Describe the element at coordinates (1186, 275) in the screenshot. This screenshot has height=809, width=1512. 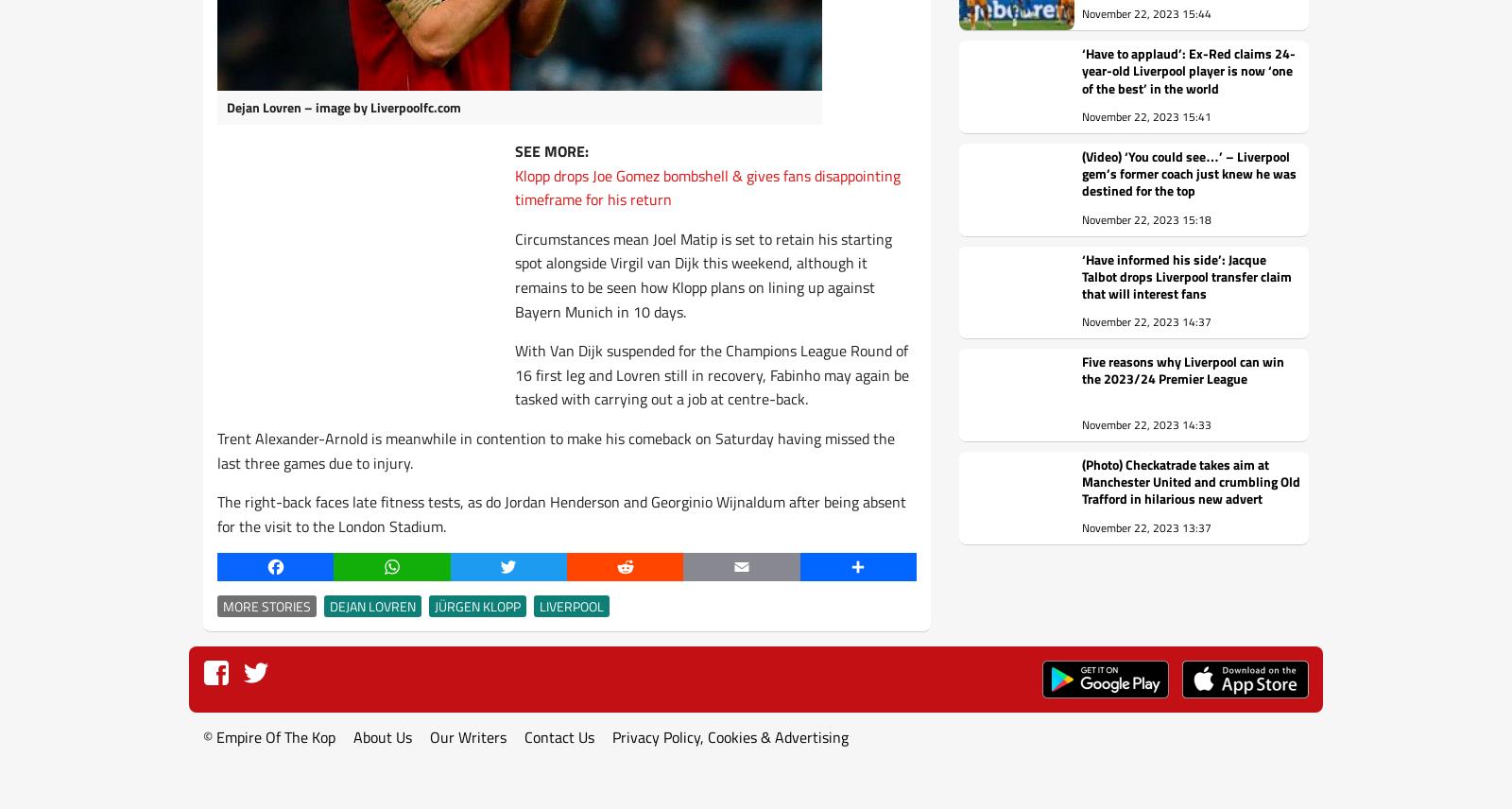
I see `'‘Have informed his side’: Jacque Talbot drops Liverpool transfer claim that will interest fans'` at that location.